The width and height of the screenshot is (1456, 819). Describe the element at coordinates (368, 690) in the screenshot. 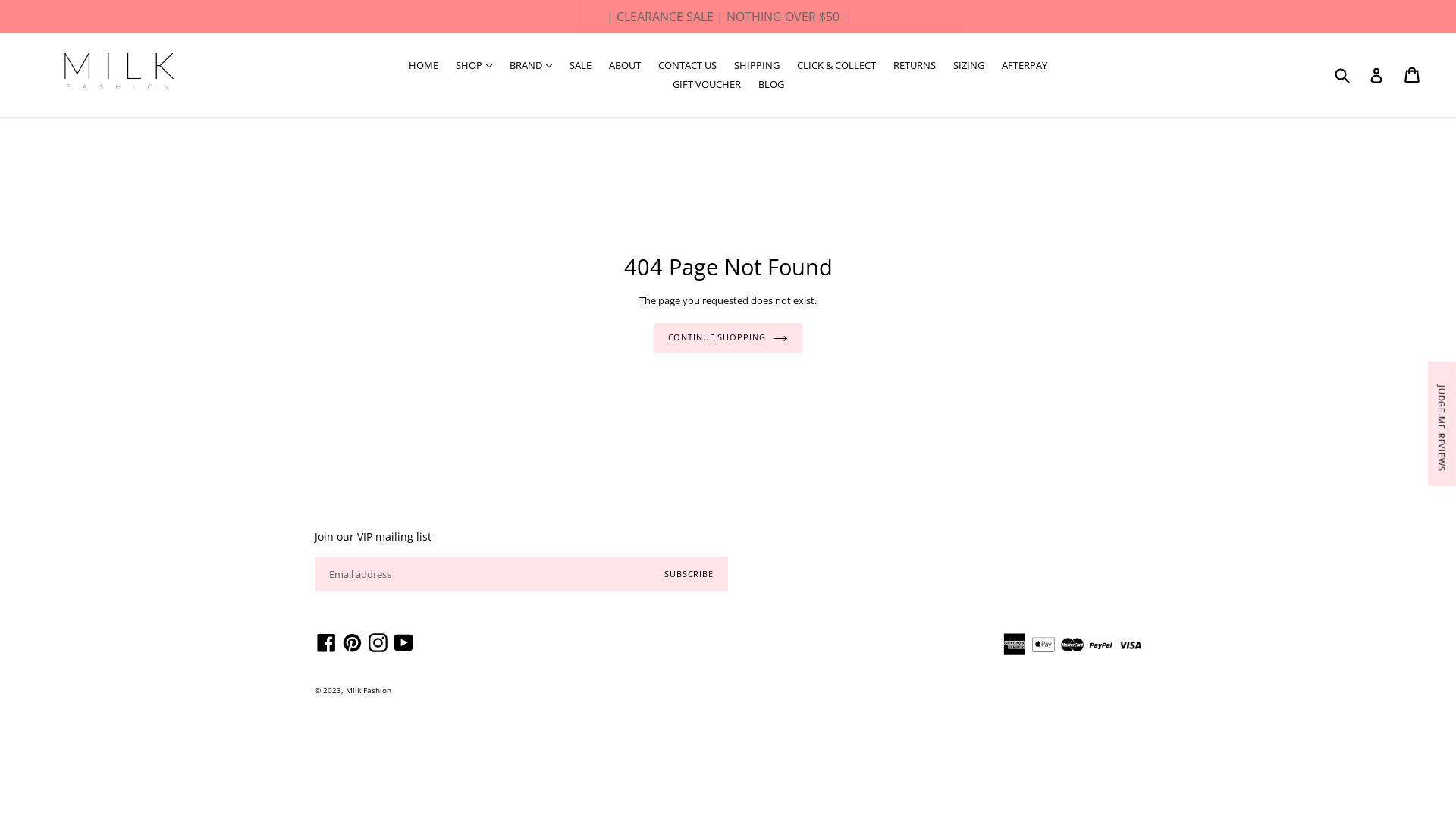

I see `'Milk Fashion'` at that location.